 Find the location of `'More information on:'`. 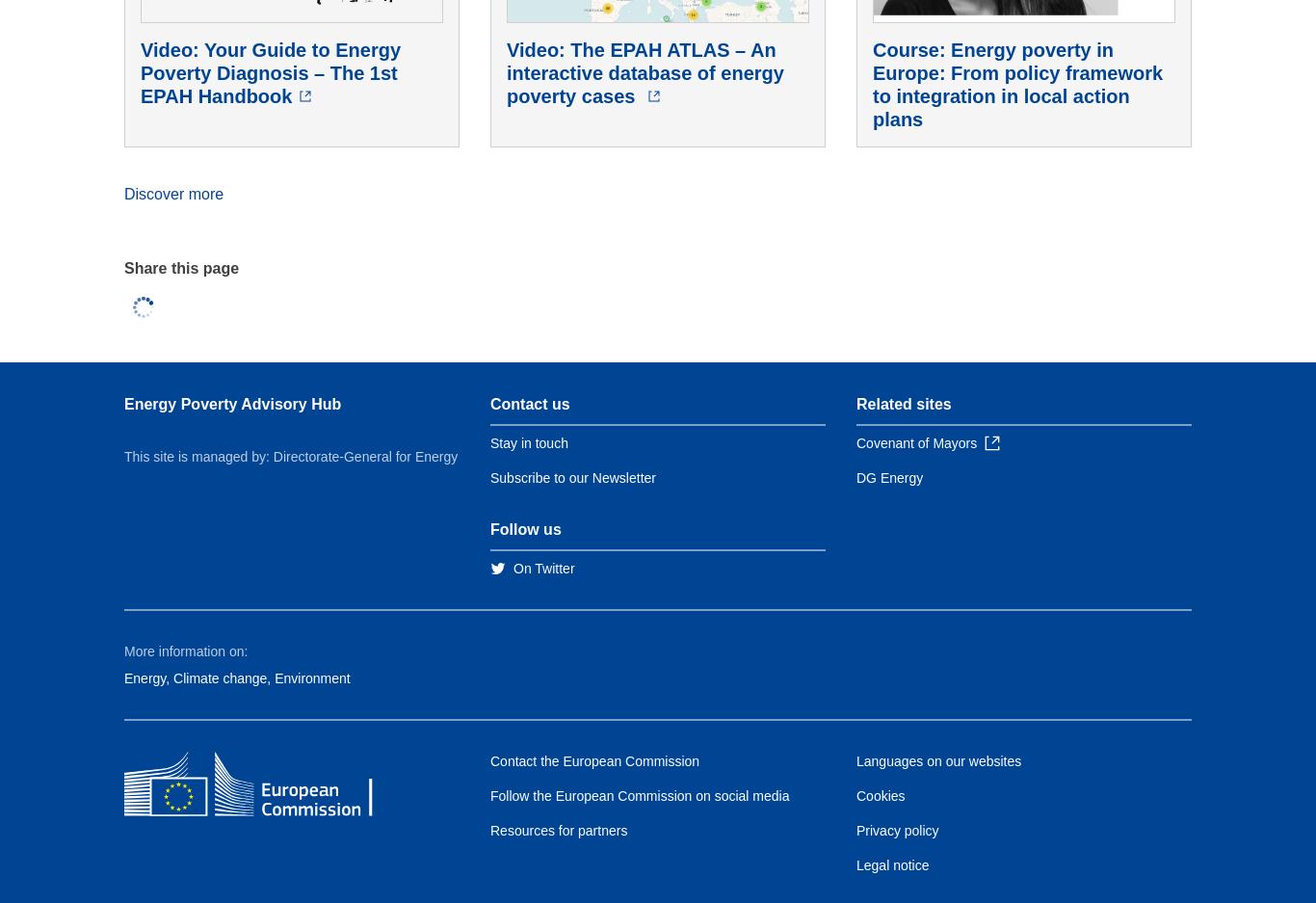

'More information on:' is located at coordinates (185, 650).